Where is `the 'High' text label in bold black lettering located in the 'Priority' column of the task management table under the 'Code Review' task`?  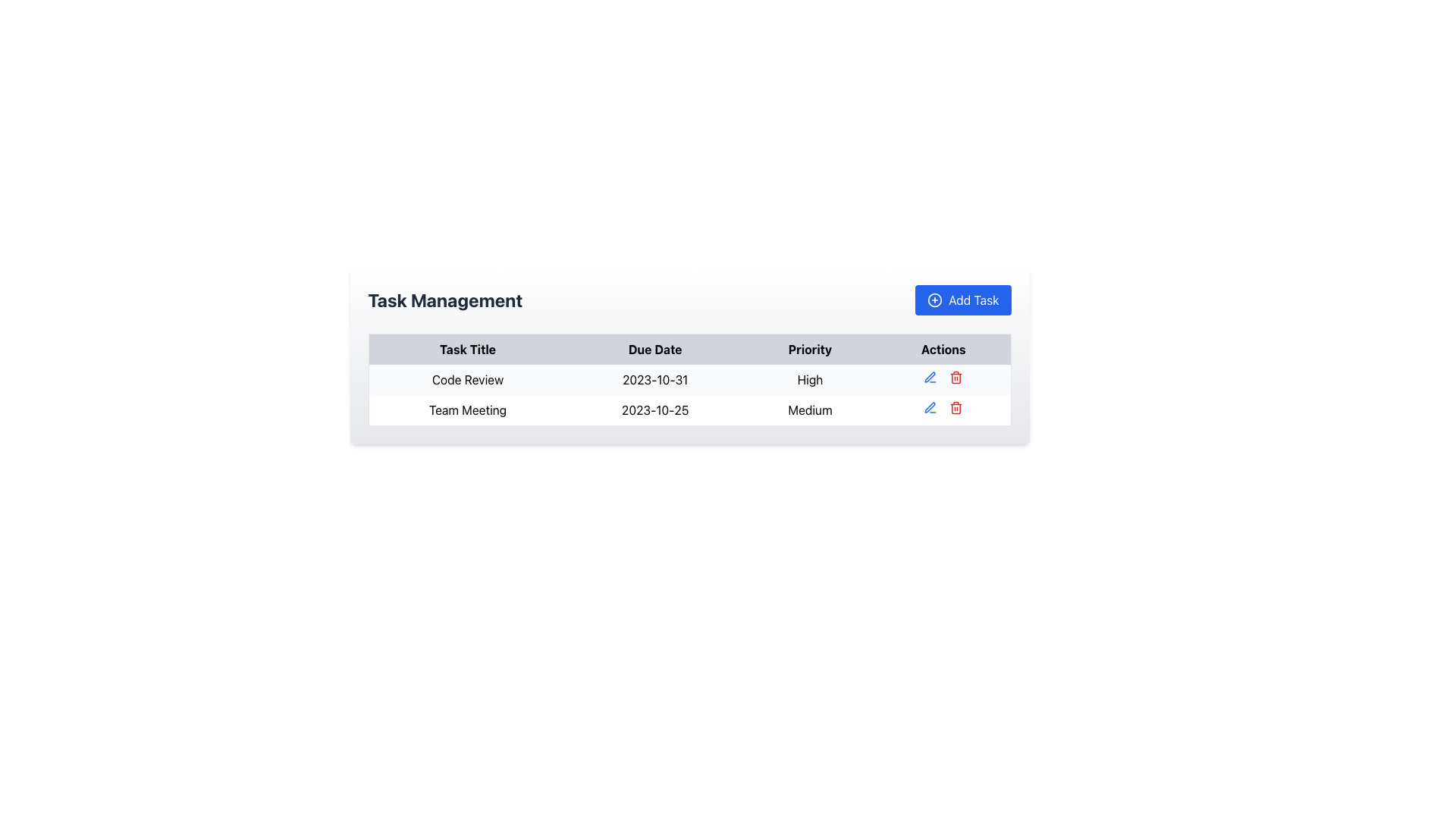 the 'High' text label in bold black lettering located in the 'Priority' column of the task management table under the 'Code Review' task is located at coordinates (809, 379).